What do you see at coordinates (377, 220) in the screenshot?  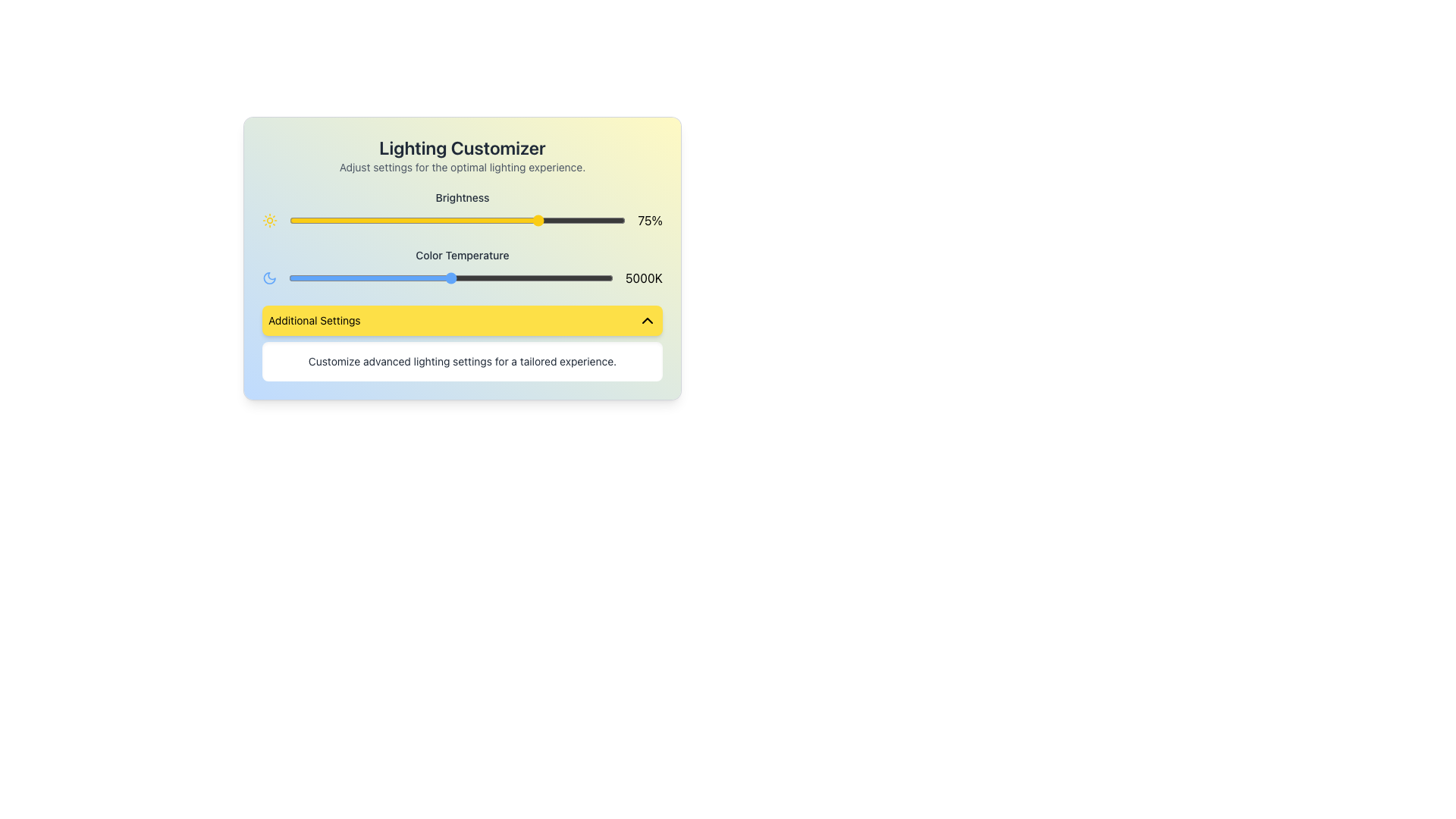 I see `the brightness level` at bounding box center [377, 220].